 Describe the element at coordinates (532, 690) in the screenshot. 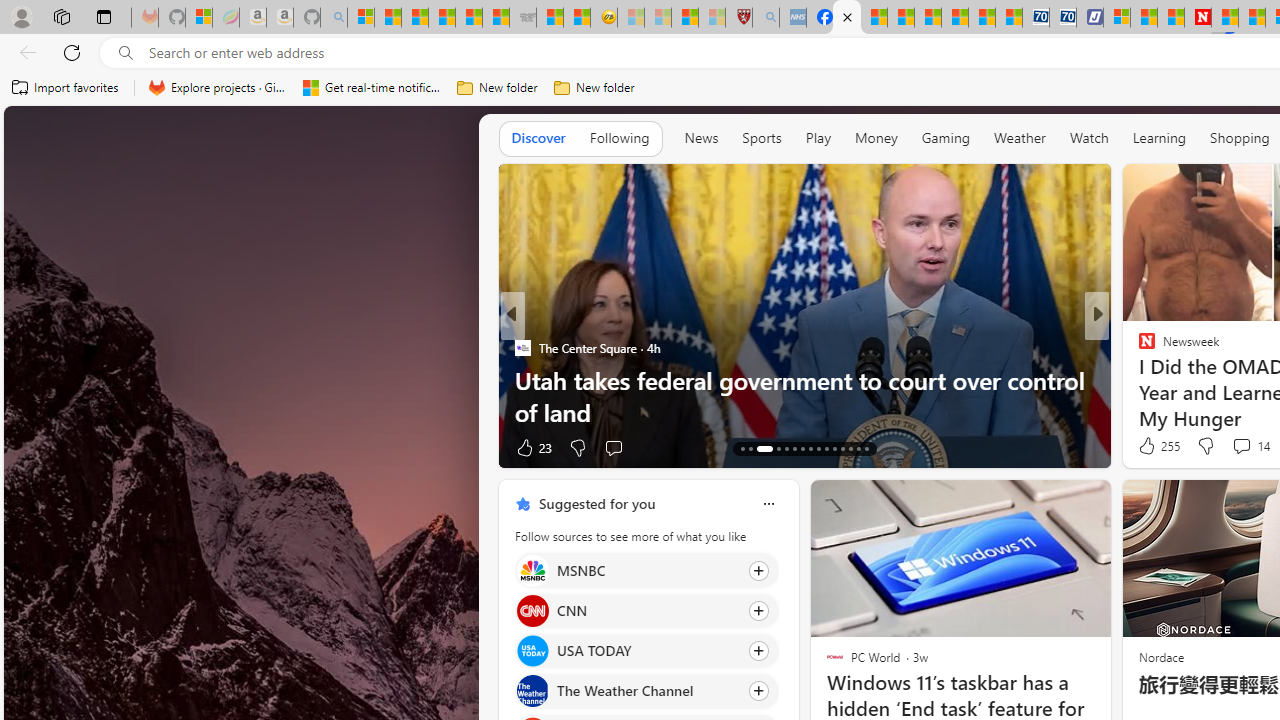

I see `'The Weather Channel'` at that location.